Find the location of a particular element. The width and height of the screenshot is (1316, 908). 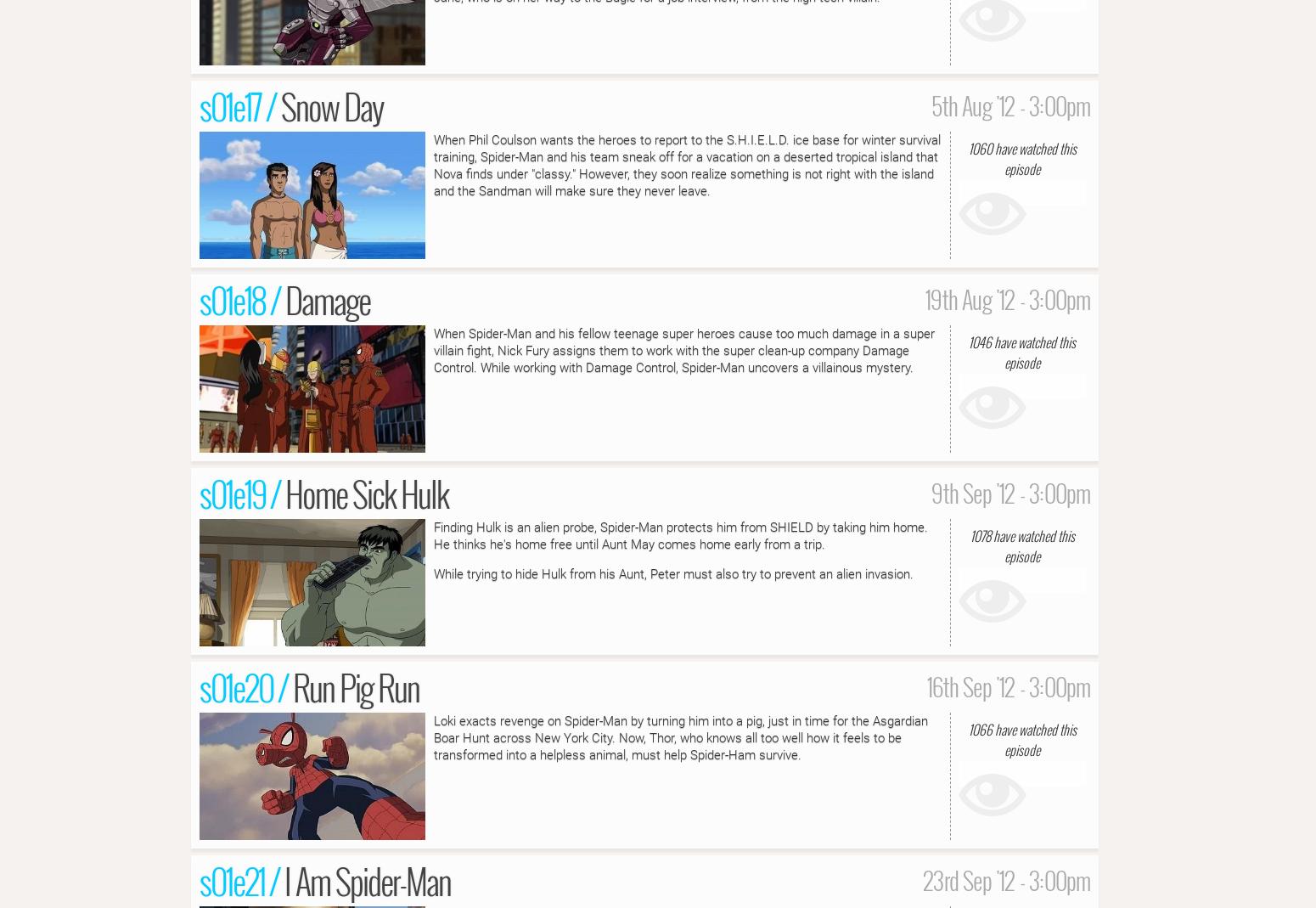

'1066' is located at coordinates (978, 727).